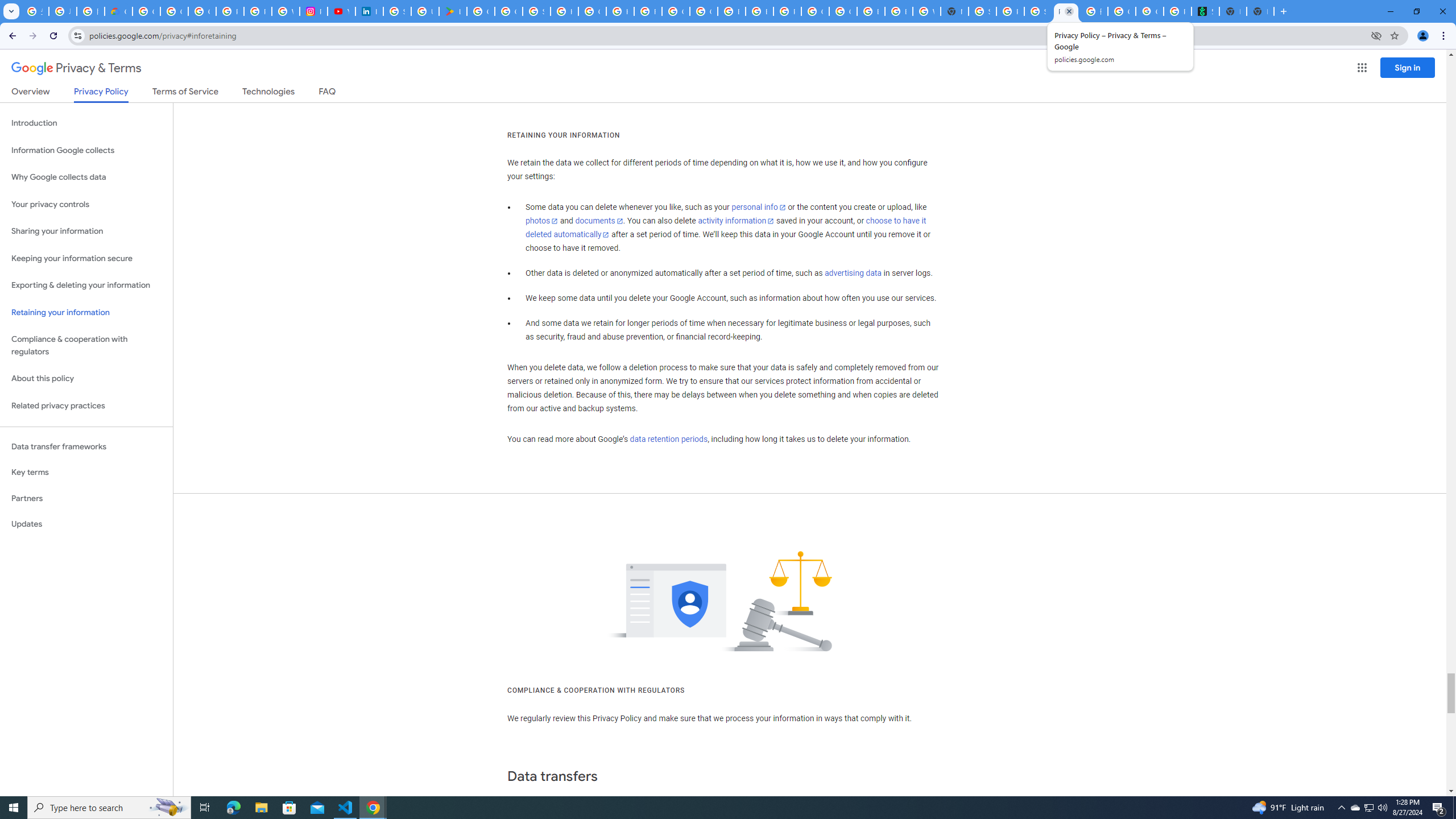  What do you see at coordinates (86, 446) in the screenshot?
I see `'Data transfer frameworks'` at bounding box center [86, 446].